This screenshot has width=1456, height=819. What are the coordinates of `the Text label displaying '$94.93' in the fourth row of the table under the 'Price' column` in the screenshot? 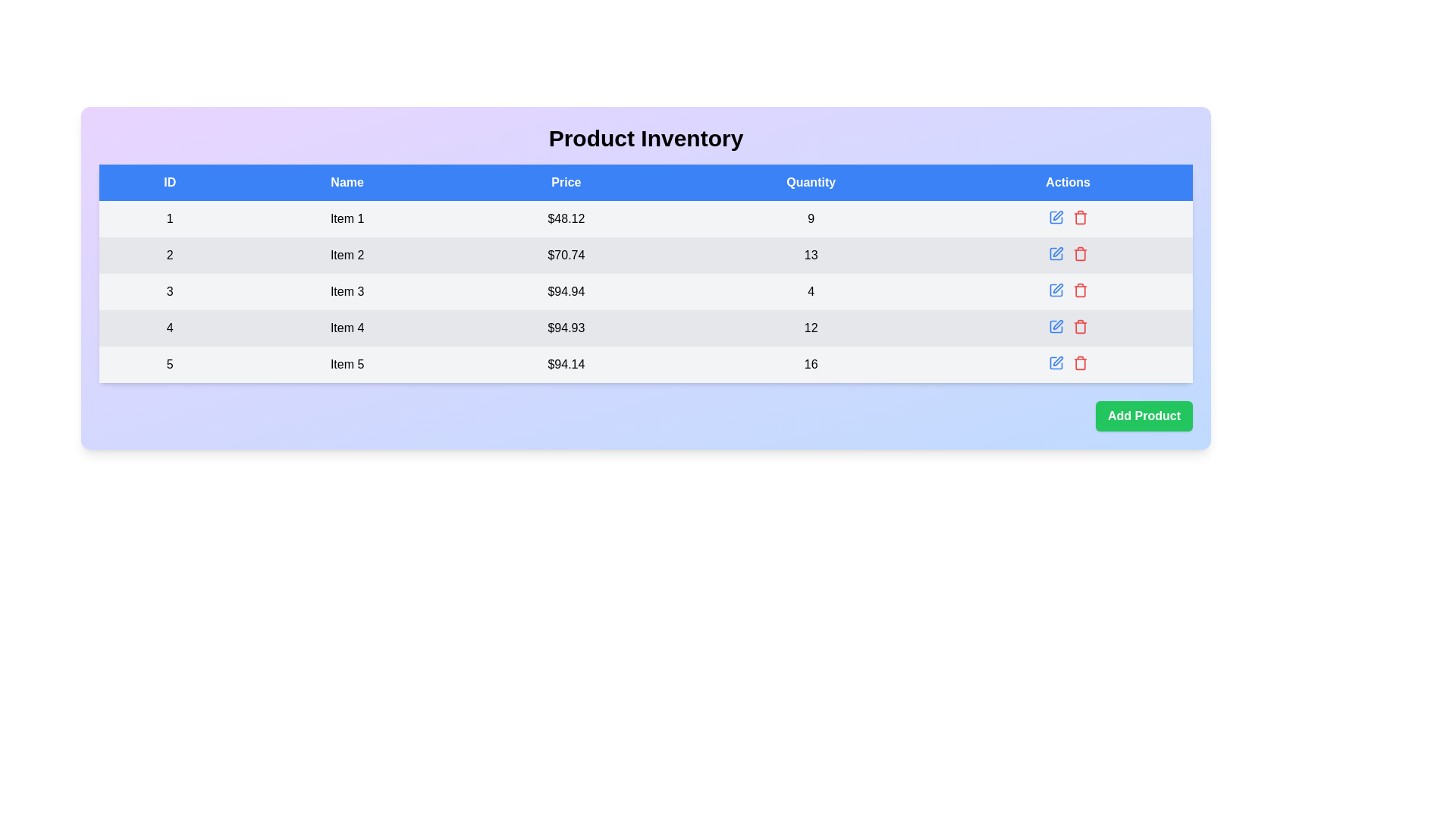 It's located at (565, 327).